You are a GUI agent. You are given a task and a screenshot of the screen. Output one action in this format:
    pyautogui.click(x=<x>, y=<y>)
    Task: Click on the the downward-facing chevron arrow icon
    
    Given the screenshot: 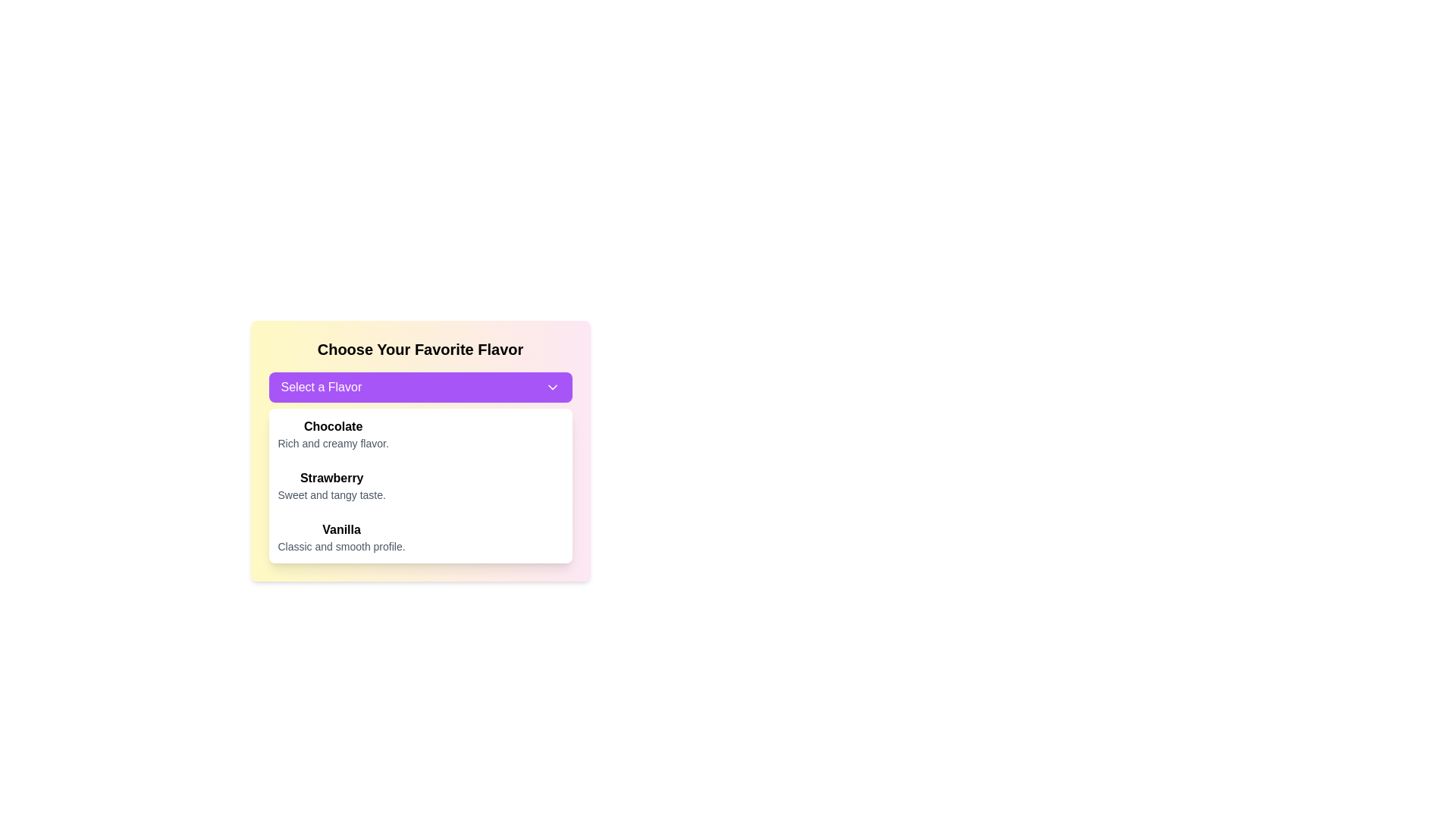 What is the action you would take?
    pyautogui.click(x=551, y=386)
    